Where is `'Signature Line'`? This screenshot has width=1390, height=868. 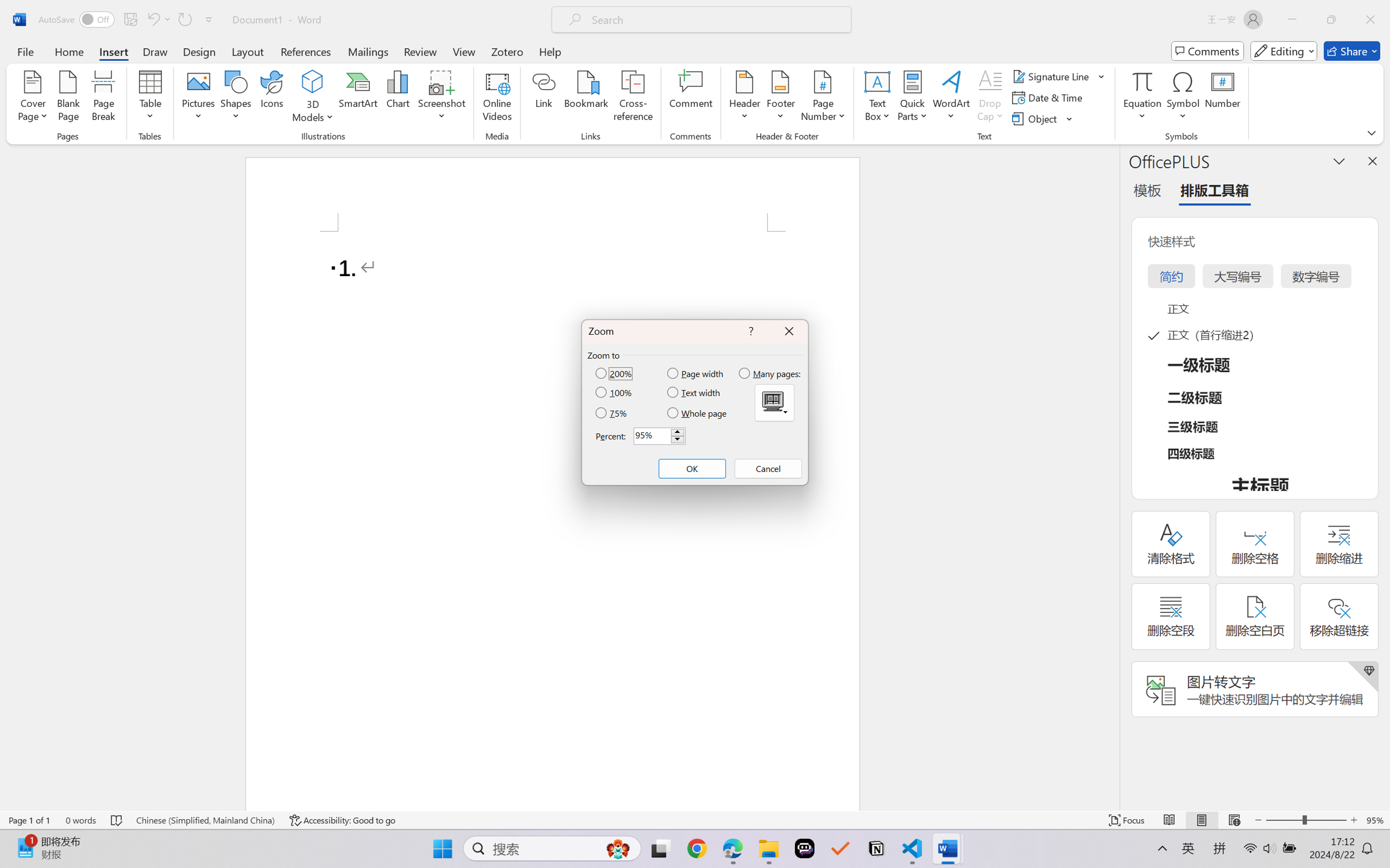 'Signature Line' is located at coordinates (1059, 75).